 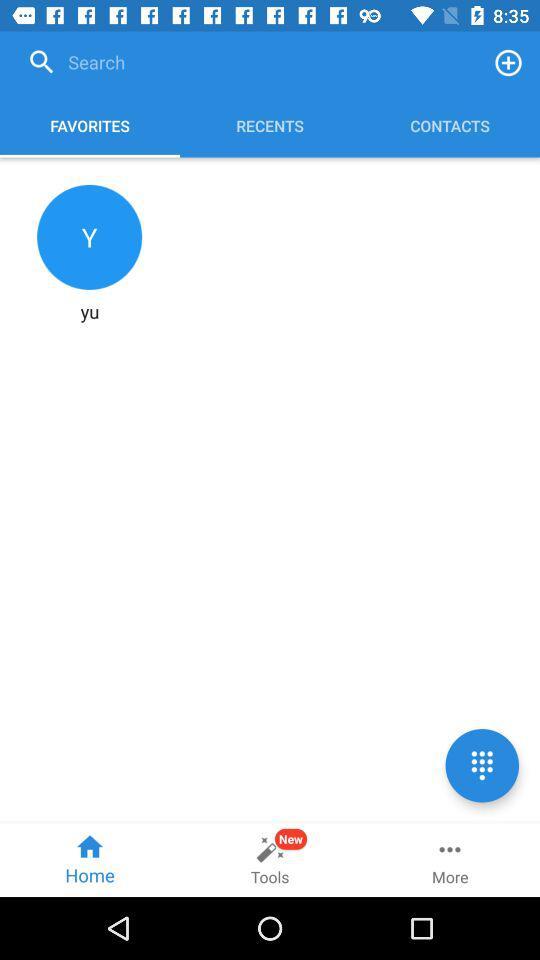 I want to click on open keypad, so click(x=481, y=764).